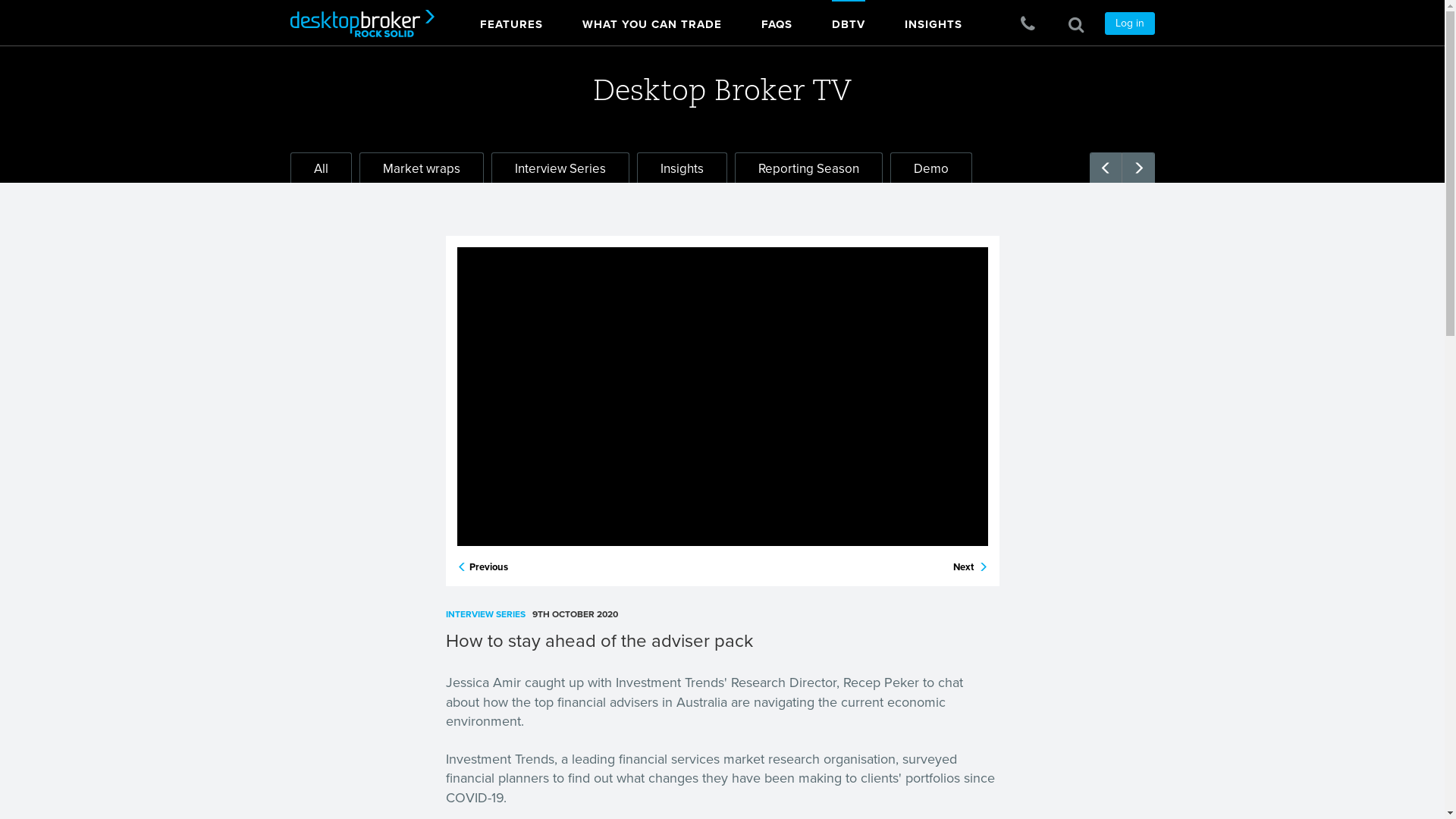  Describe the element at coordinates (807, 167) in the screenshot. I see `'Reporting Season'` at that location.